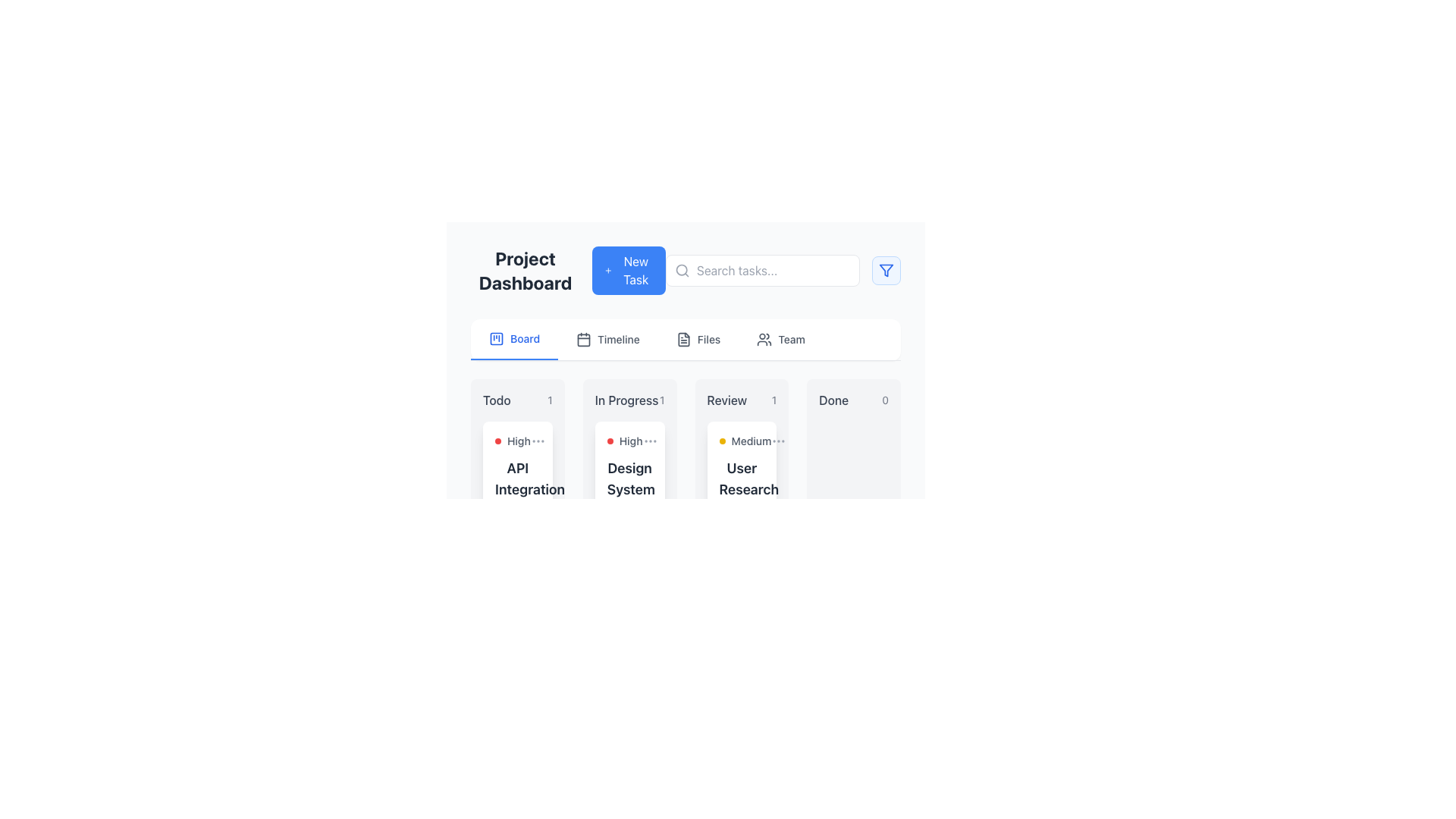  Describe the element at coordinates (549, 400) in the screenshot. I see `the static text element displaying the numeral '1', which is styled in a small font size and light gray color, located in the lower-right corner of the 'Todo' section` at that location.